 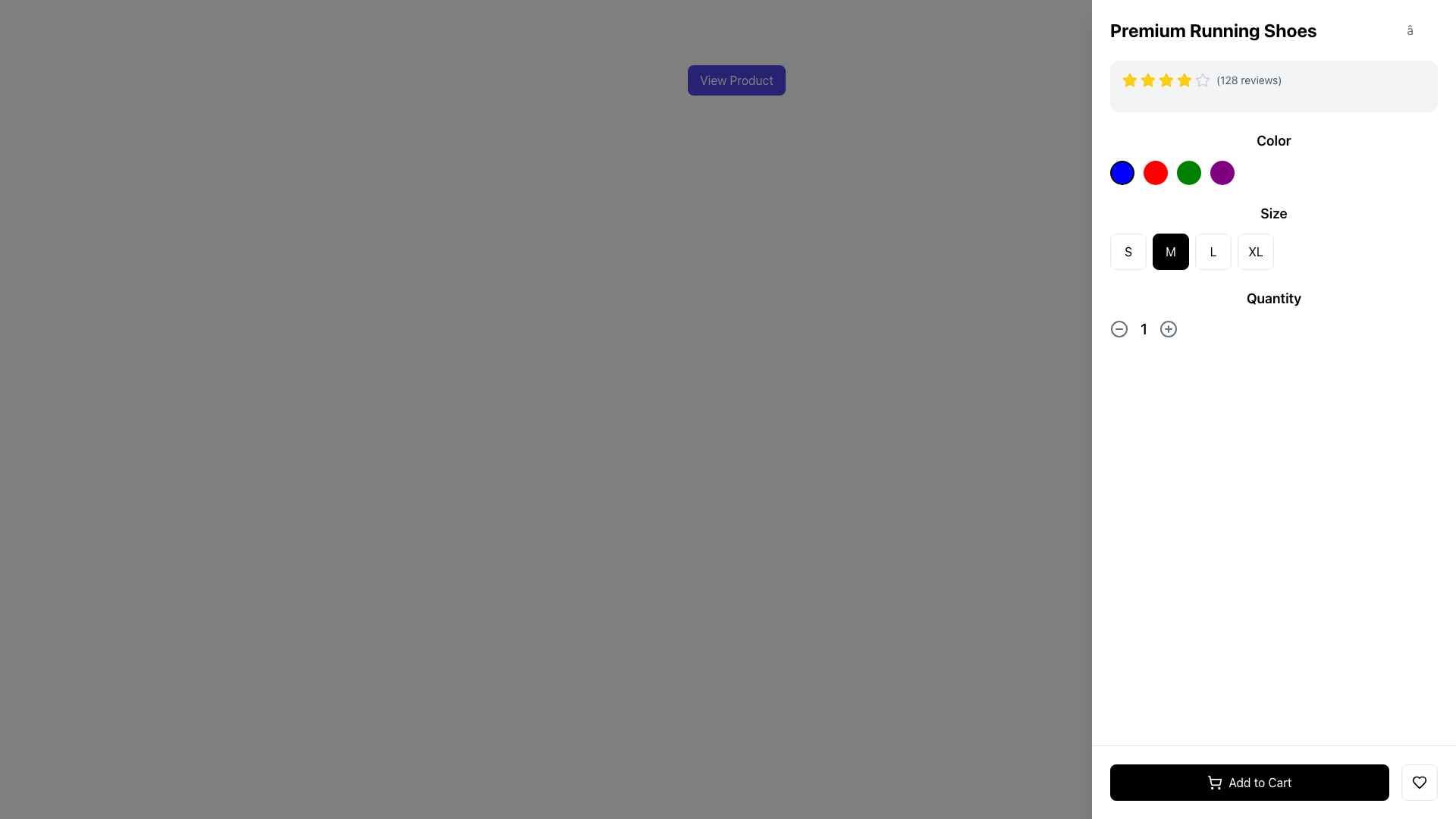 What do you see at coordinates (1274, 80) in the screenshot?
I see `the Rating display with textual summary located just below the heading 'Premium Running Shoes' to possibly see additional info` at bounding box center [1274, 80].